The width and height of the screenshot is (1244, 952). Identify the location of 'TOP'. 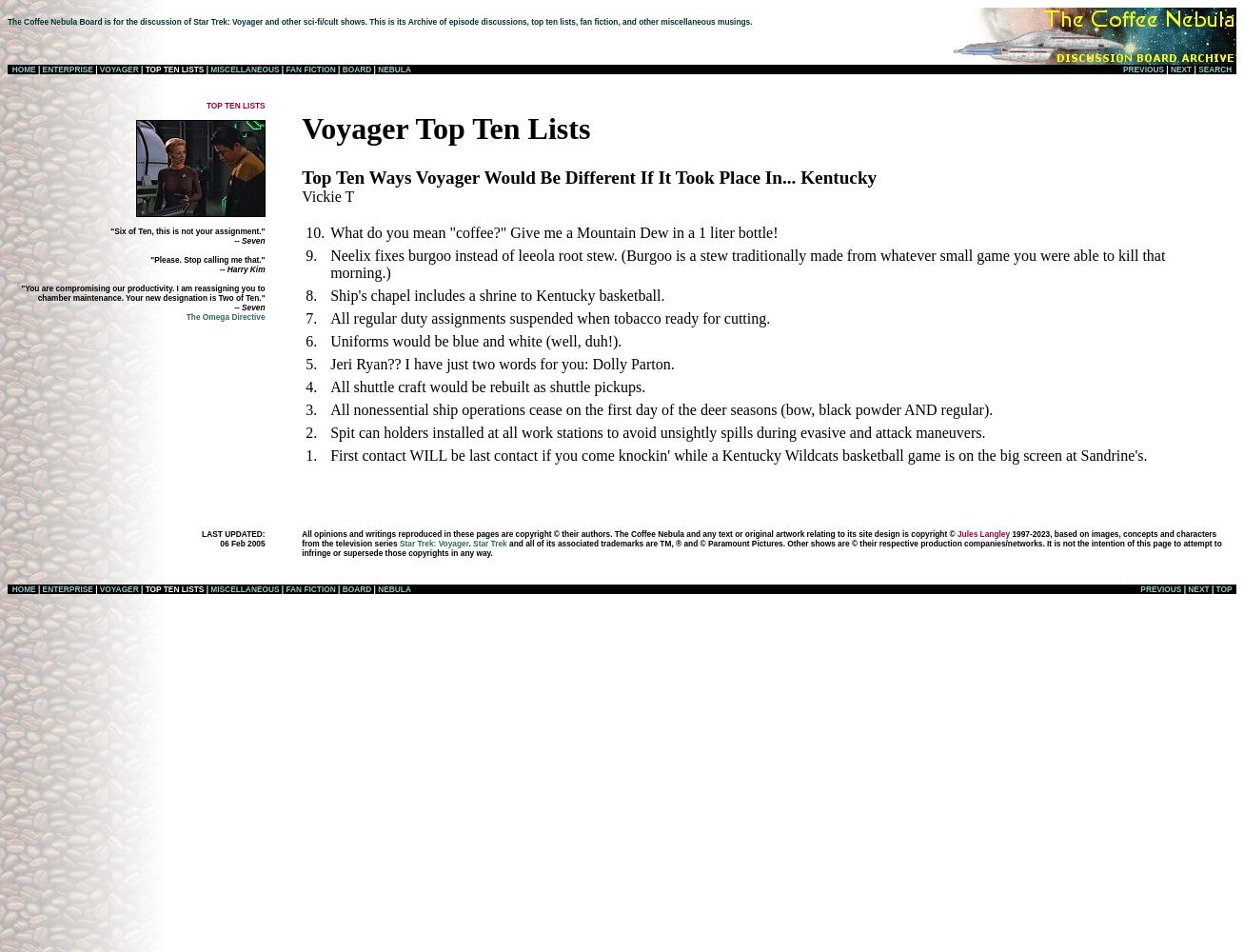
(1222, 587).